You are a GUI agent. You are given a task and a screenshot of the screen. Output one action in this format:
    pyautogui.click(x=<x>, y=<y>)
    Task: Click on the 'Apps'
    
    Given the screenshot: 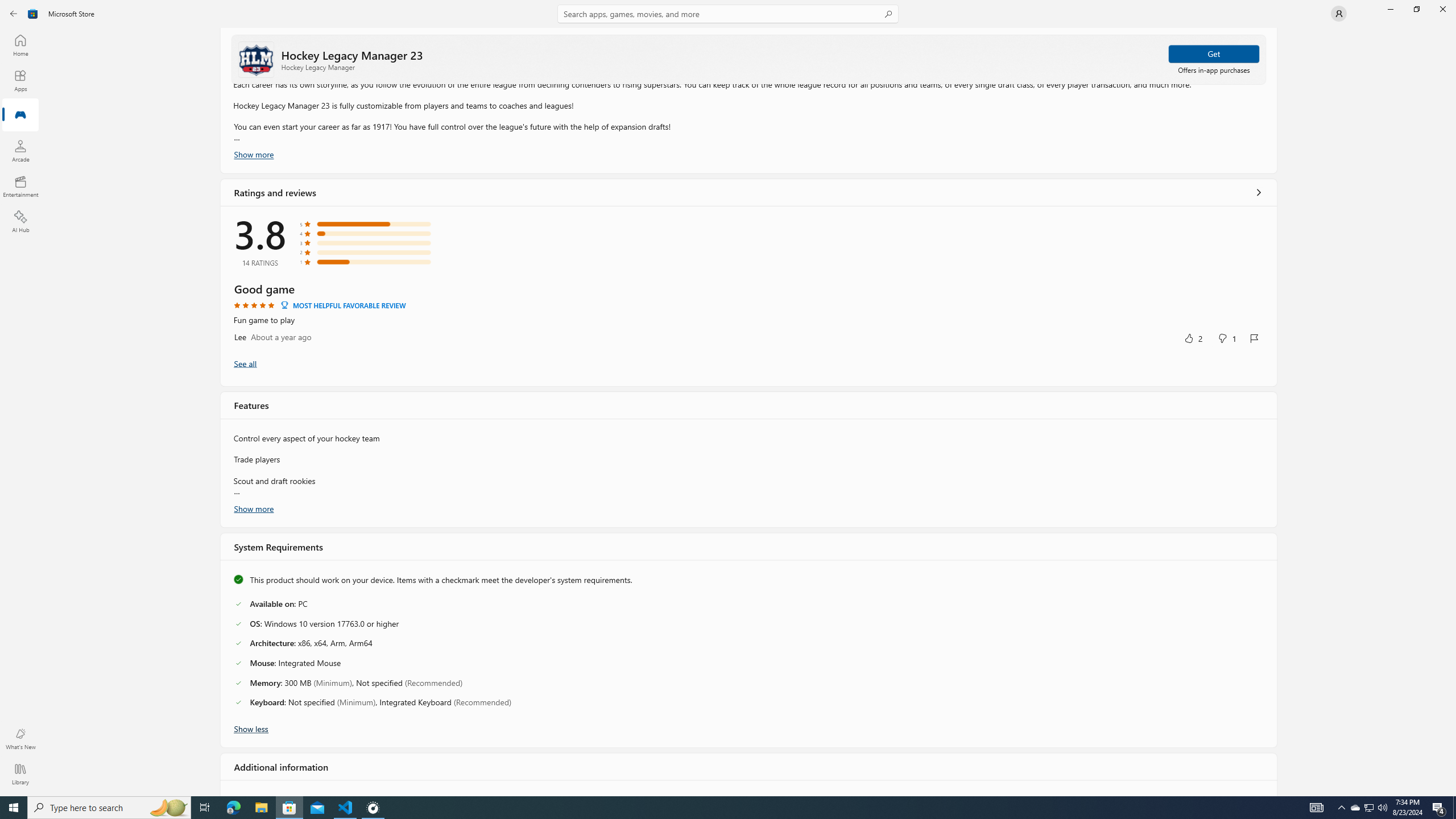 What is the action you would take?
    pyautogui.click(x=19, y=80)
    